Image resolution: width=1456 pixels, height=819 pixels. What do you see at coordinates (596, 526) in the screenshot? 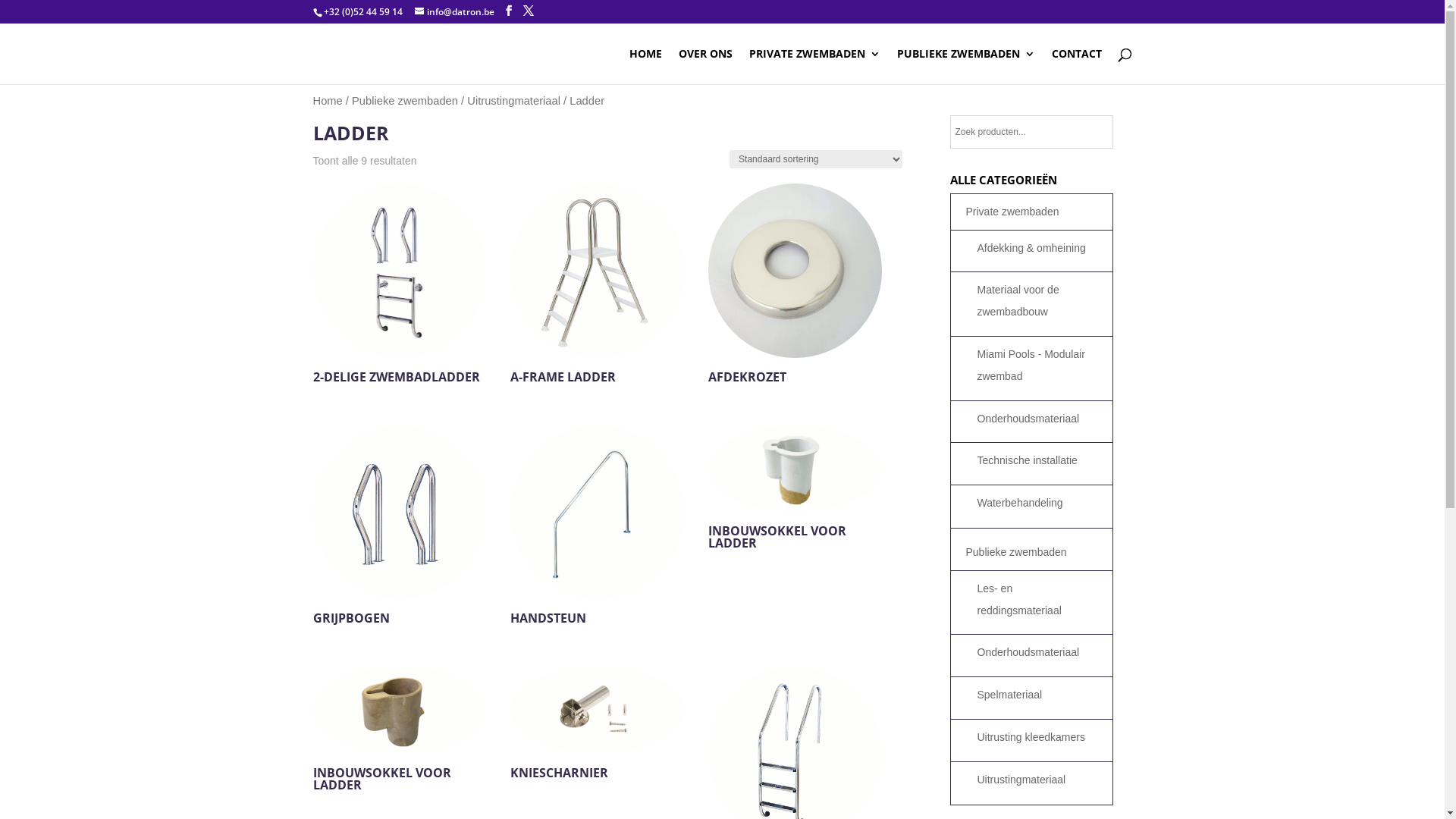
I see `'HANDSTEUN'` at bounding box center [596, 526].